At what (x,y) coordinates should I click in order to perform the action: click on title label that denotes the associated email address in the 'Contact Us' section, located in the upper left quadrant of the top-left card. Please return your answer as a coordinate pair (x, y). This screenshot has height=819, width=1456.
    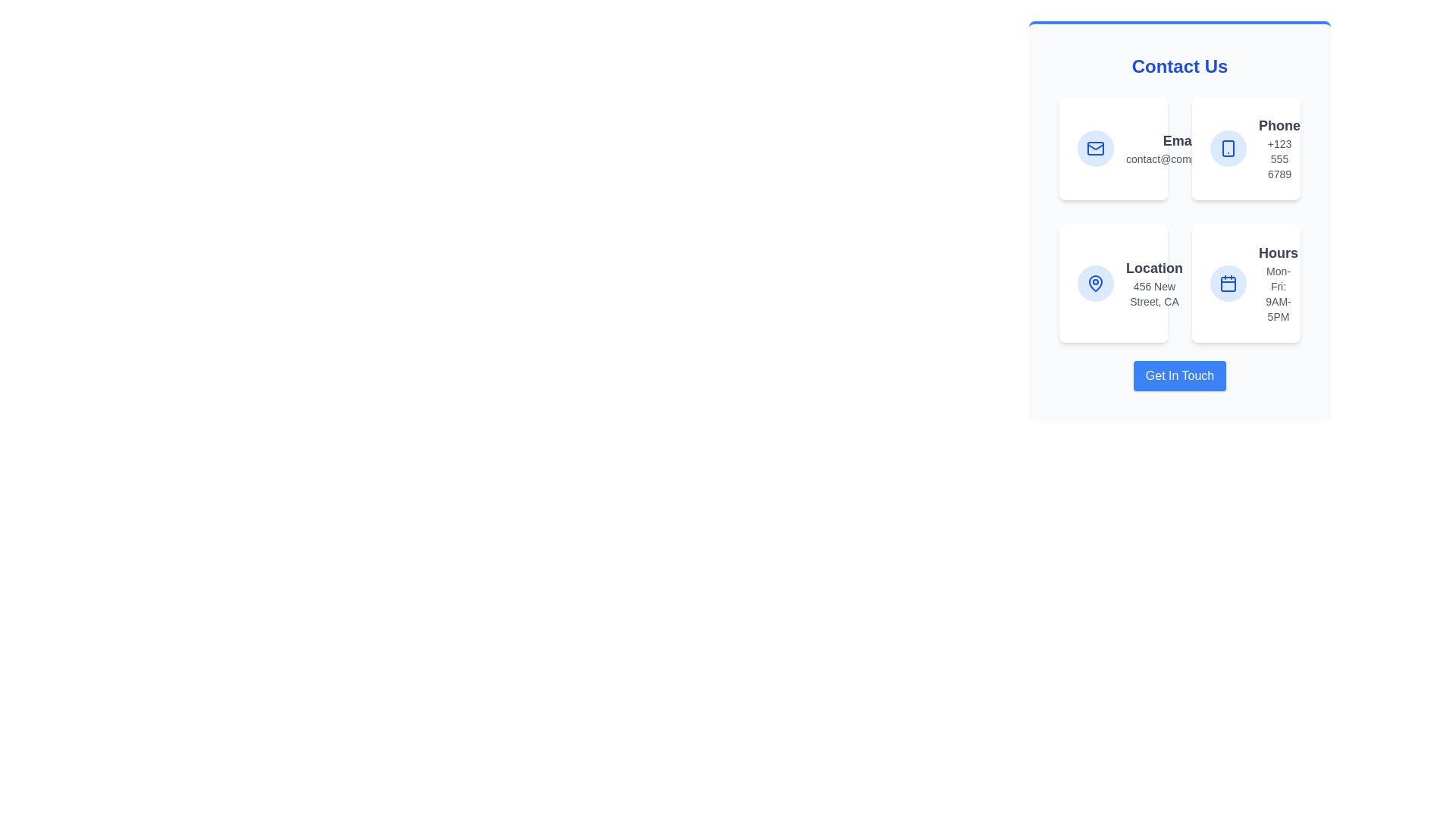
    Looking at the image, I should click on (1180, 140).